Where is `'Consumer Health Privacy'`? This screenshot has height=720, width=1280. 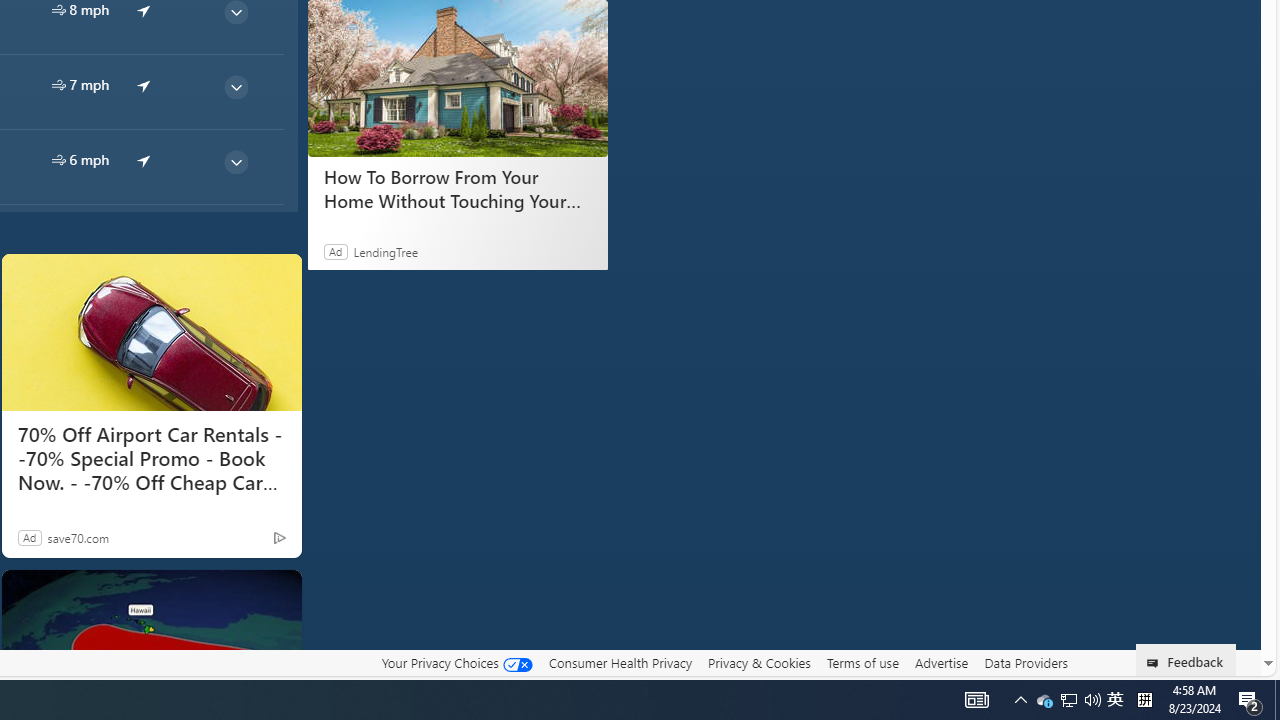
'Consumer Health Privacy' is located at coordinates (619, 663).